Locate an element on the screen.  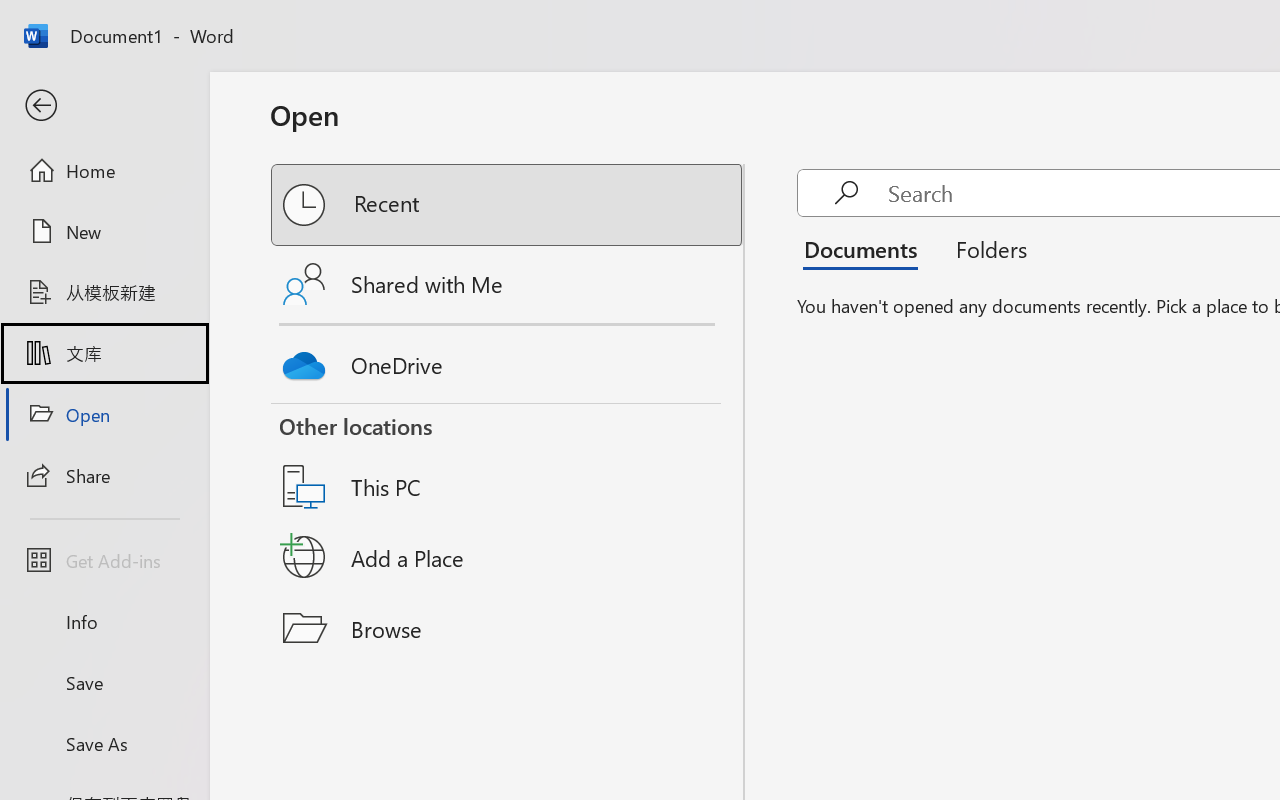
'This PC' is located at coordinates (508, 460).